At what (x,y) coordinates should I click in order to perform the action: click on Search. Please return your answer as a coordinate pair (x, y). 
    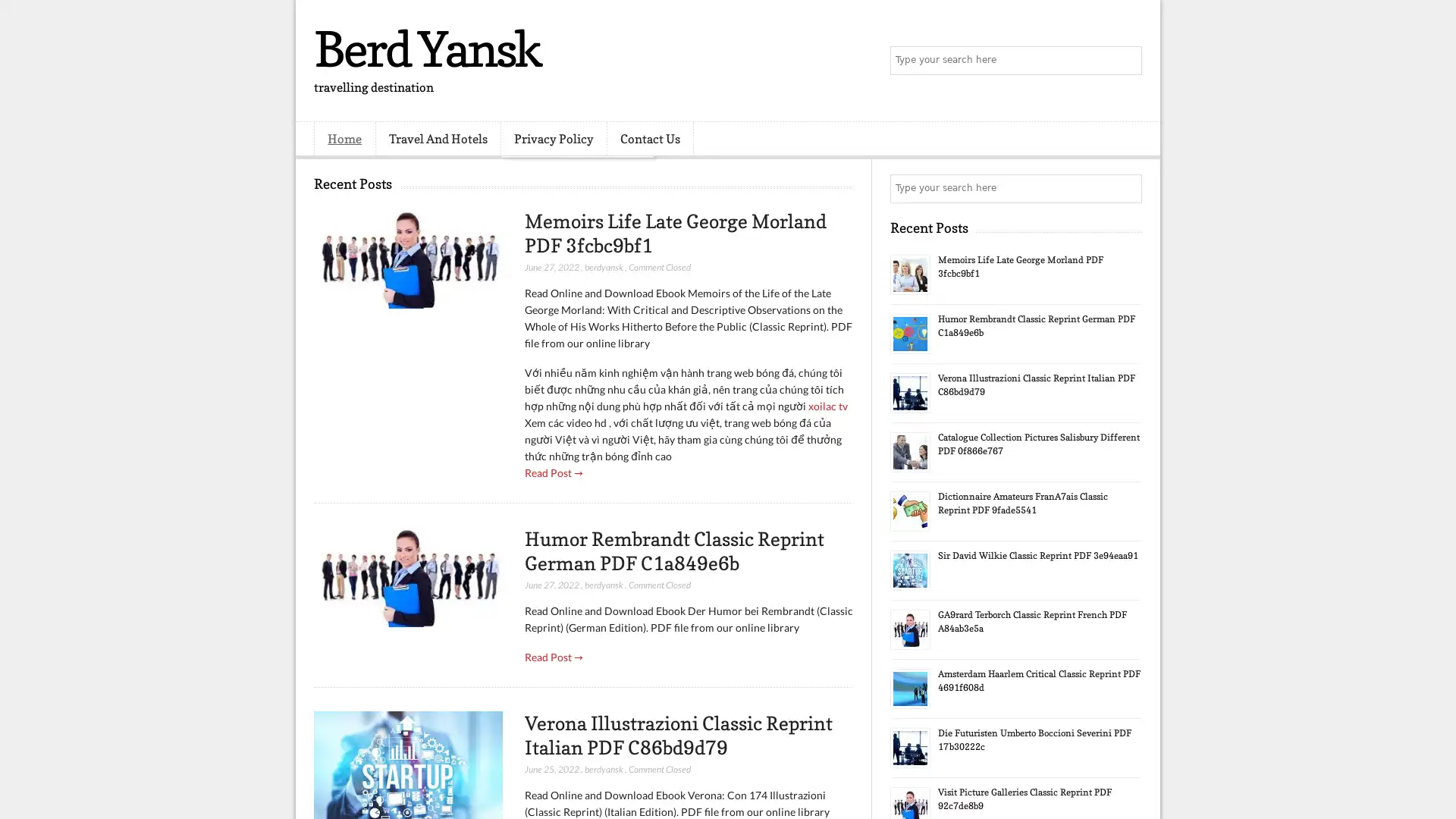
    Looking at the image, I should click on (1126, 61).